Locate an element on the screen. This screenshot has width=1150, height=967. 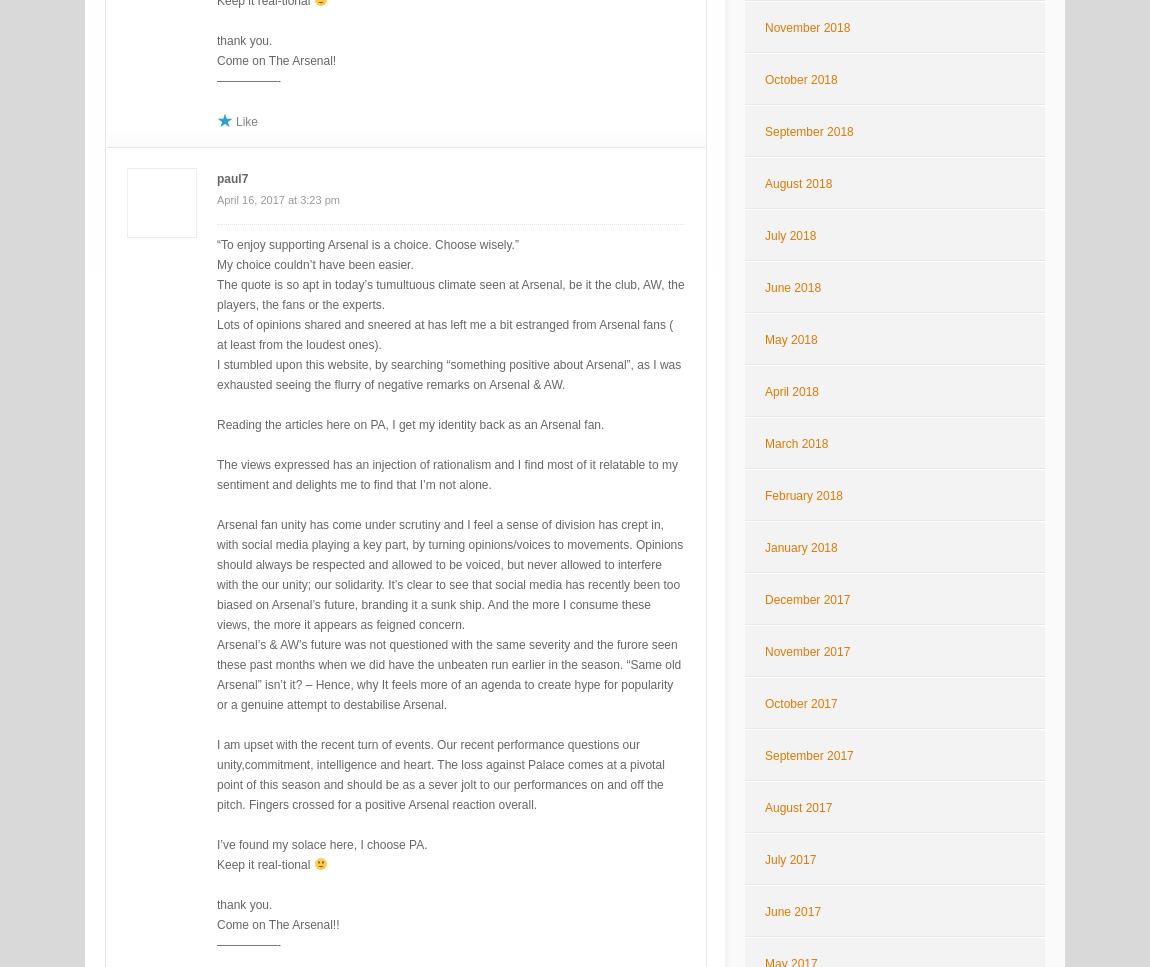
'June 2017' is located at coordinates (792, 911).